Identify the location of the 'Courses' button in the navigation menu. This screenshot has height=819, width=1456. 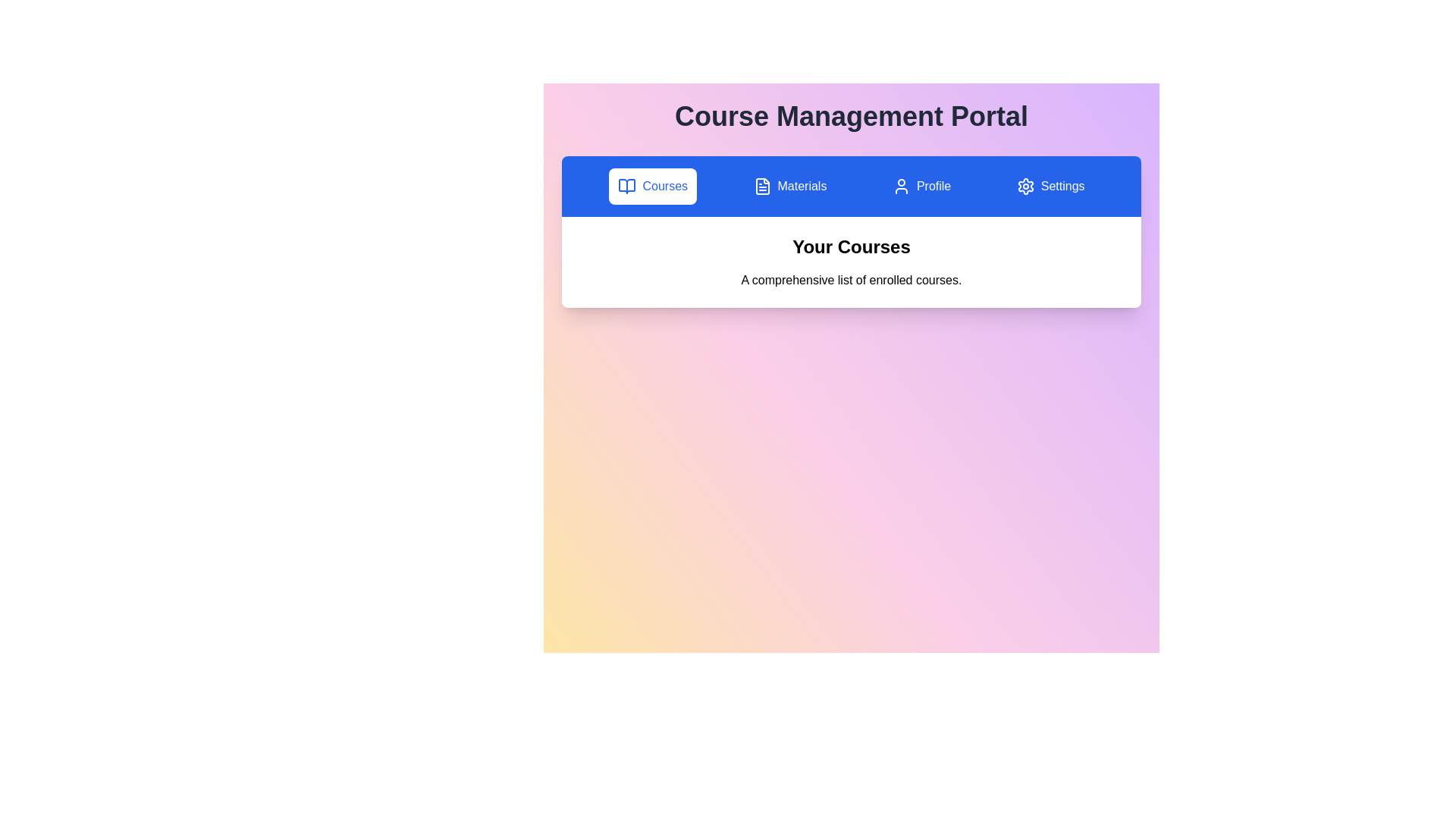
(627, 186).